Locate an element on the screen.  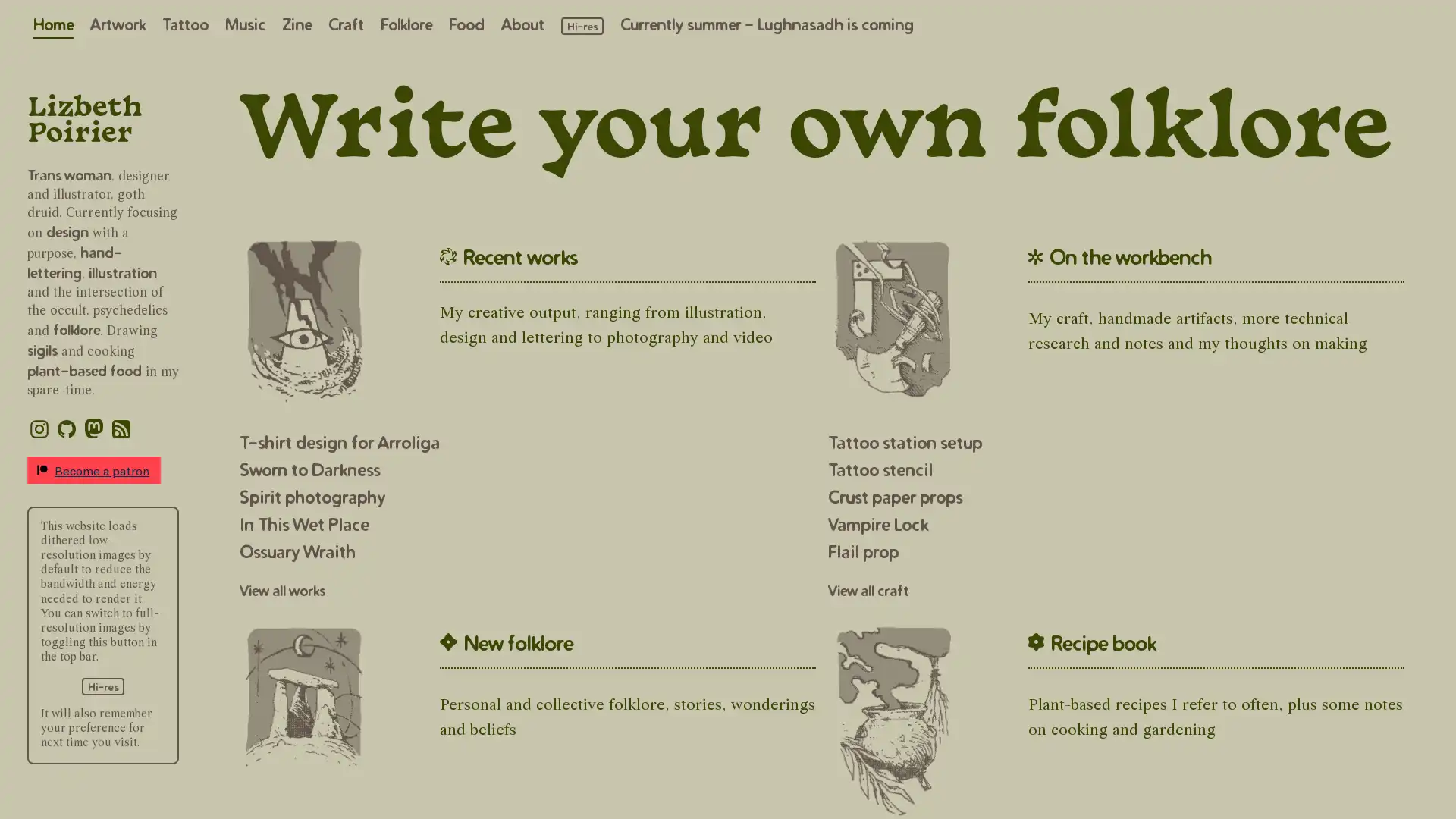
Load high resolution images is located at coordinates (102, 686).